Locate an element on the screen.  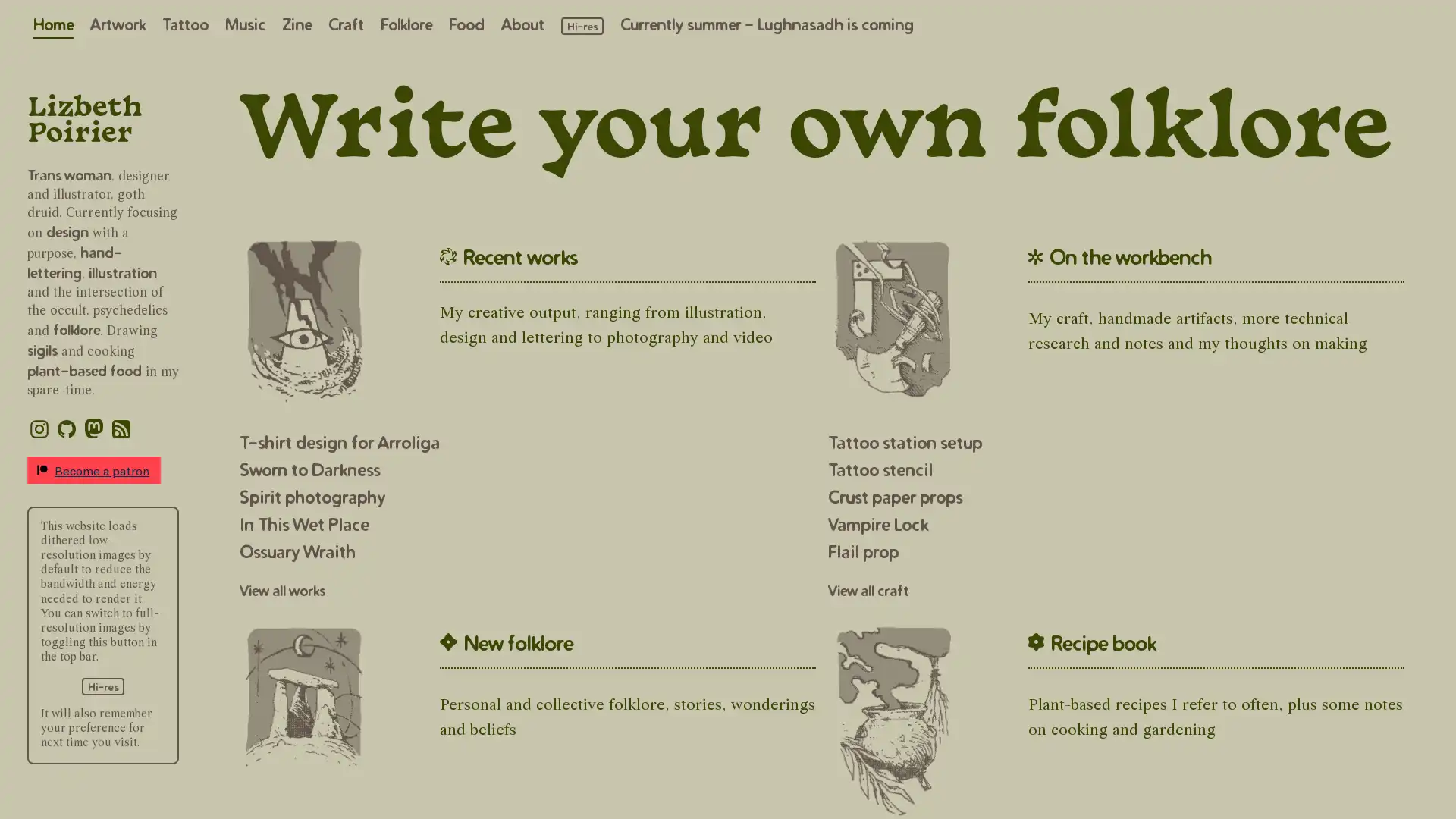
Load high resolution images is located at coordinates (102, 686).